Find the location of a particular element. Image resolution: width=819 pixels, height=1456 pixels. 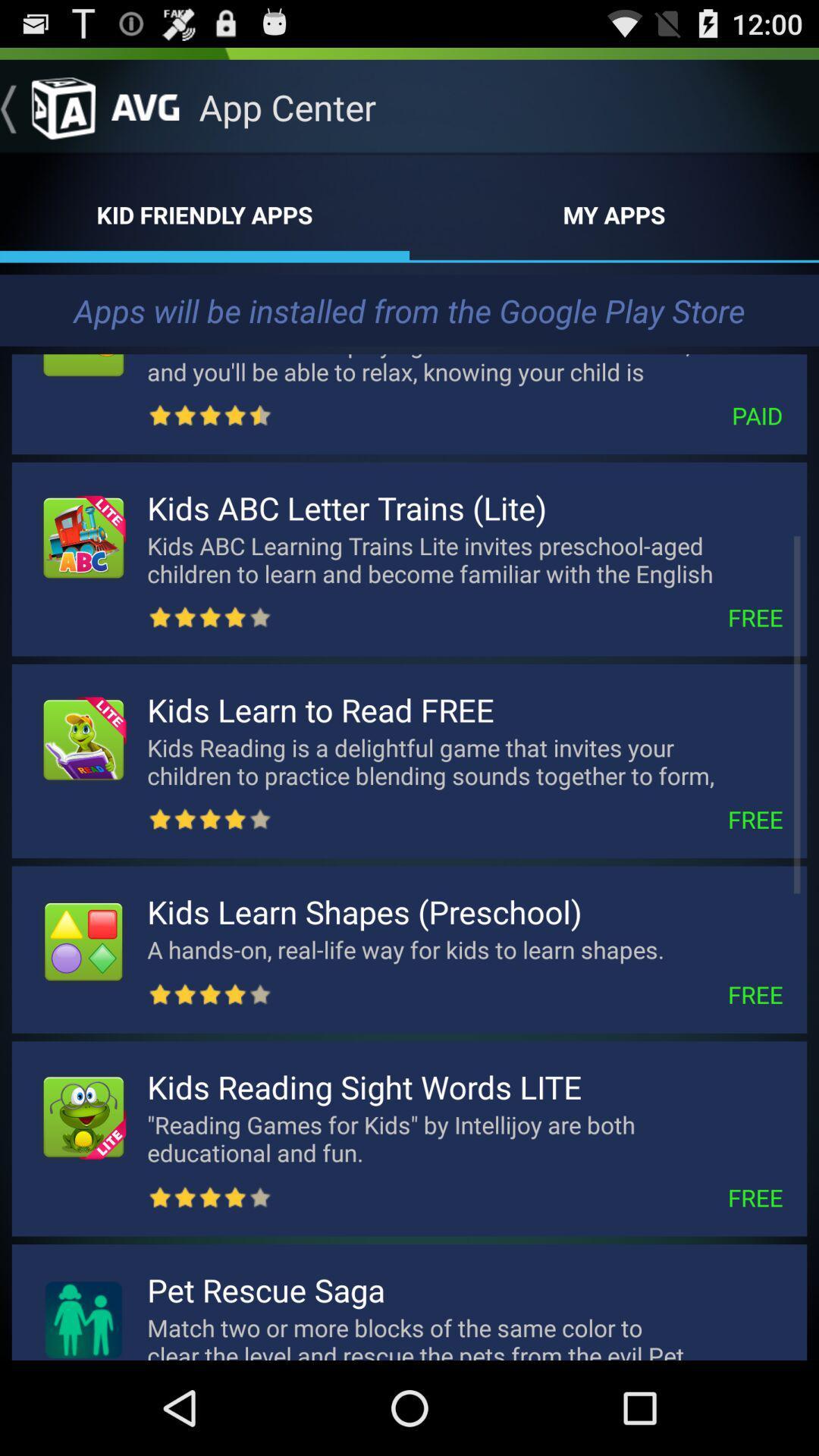

your child will item is located at coordinates (464, 366).